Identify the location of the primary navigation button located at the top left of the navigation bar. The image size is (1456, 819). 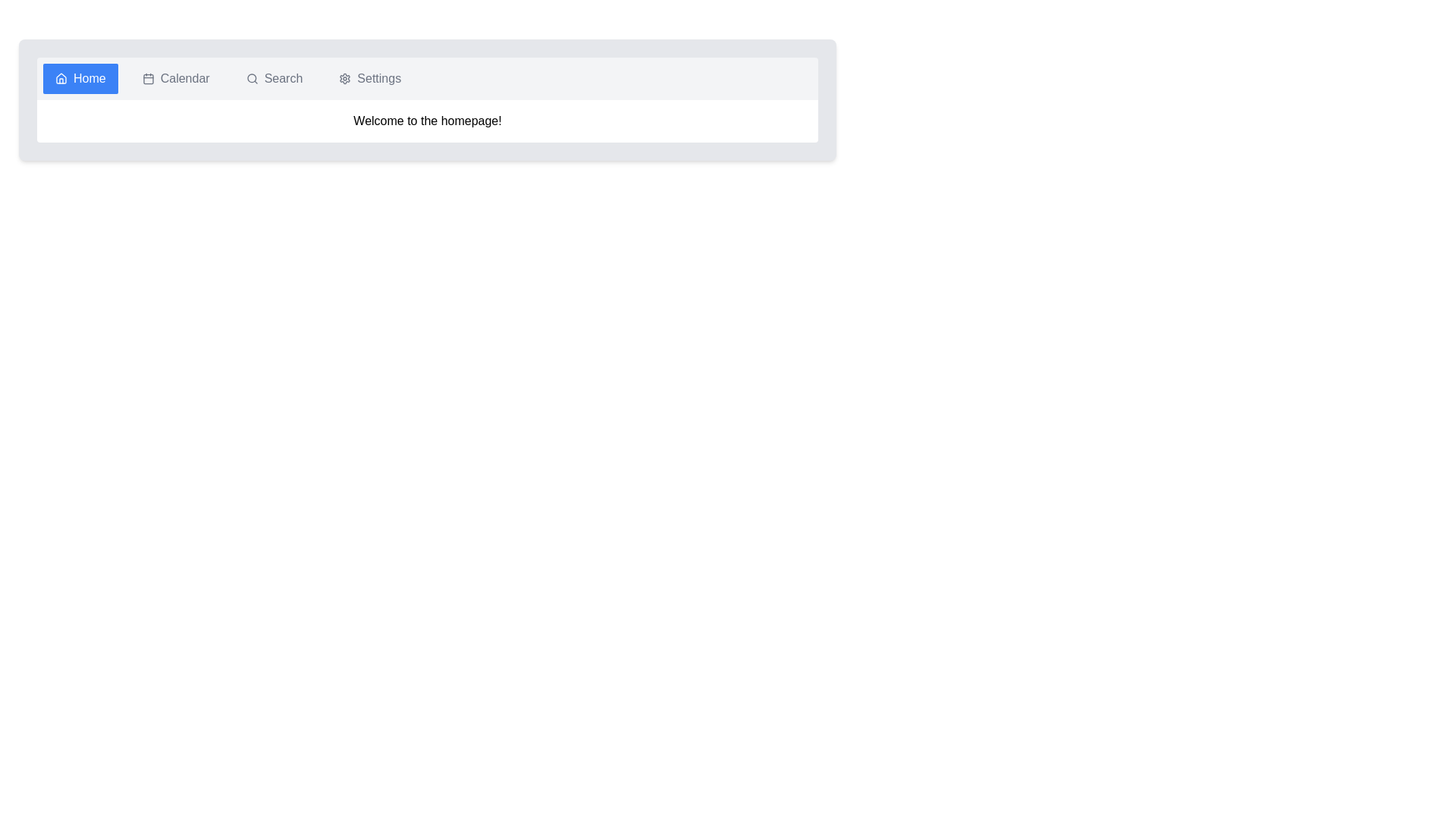
(80, 79).